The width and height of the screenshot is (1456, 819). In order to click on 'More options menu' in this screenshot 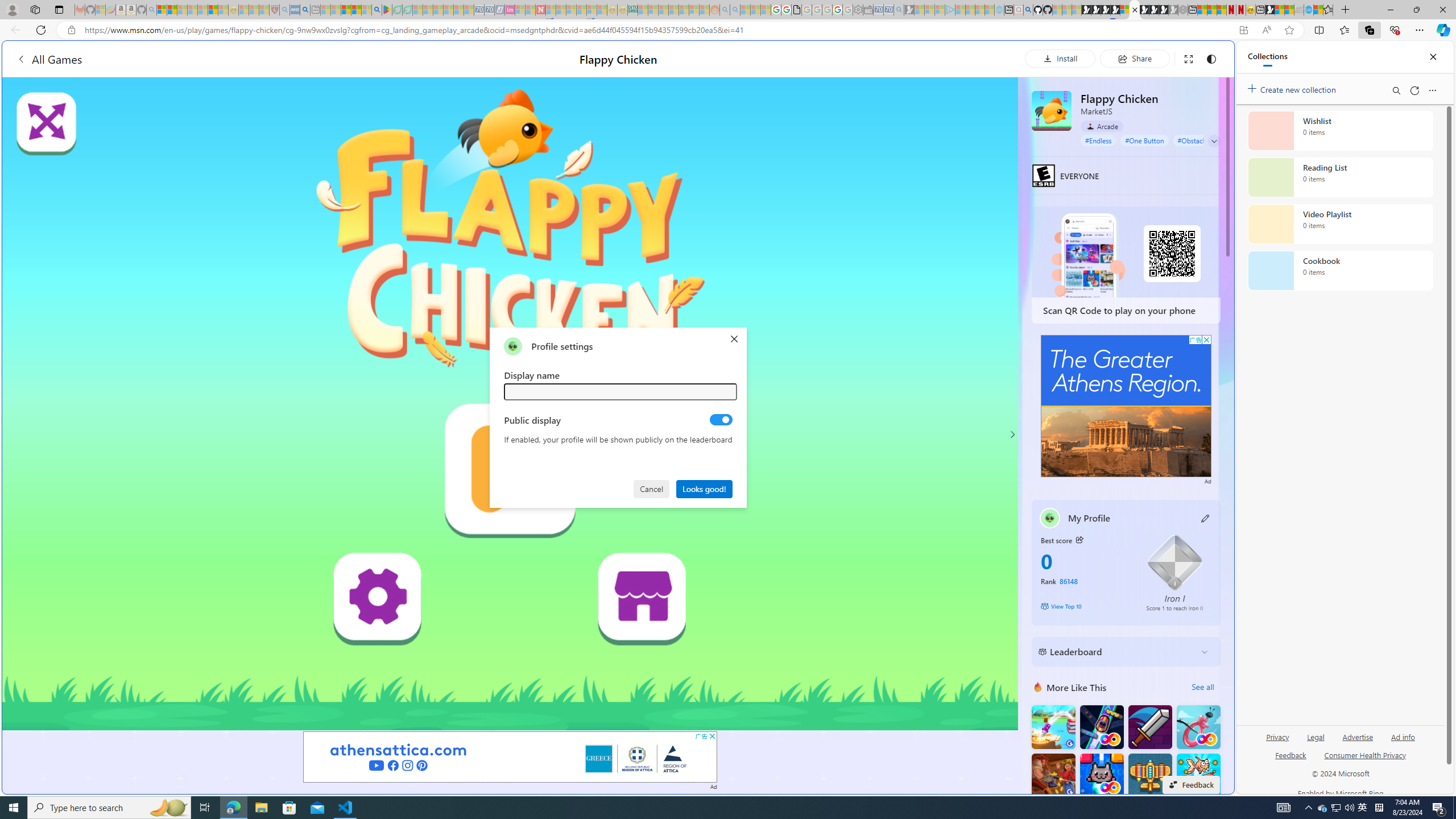, I will do `click(1433, 90)`.